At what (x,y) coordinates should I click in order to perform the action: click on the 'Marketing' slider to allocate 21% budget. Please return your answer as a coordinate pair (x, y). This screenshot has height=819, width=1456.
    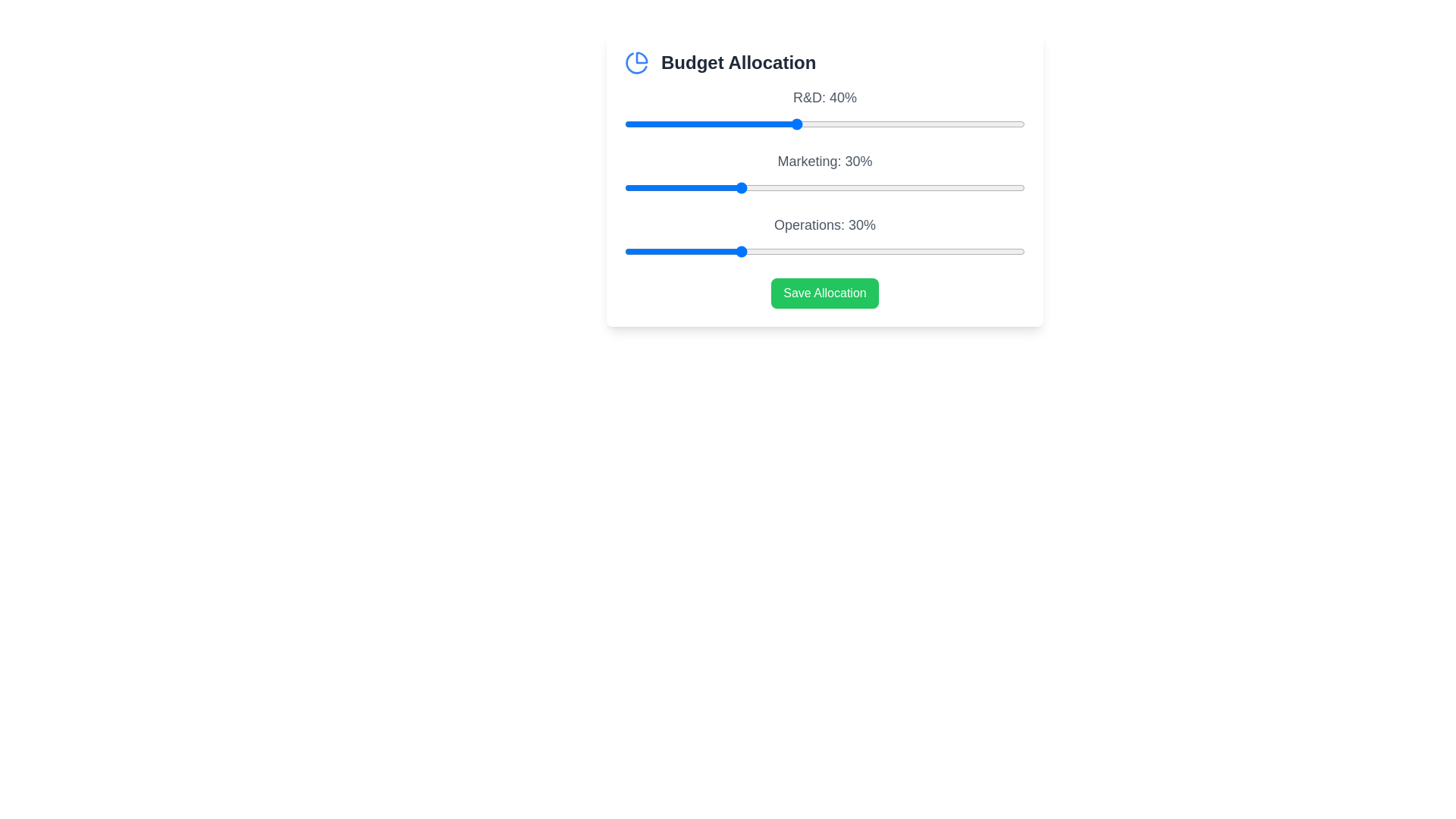
    Looking at the image, I should click on (687, 187).